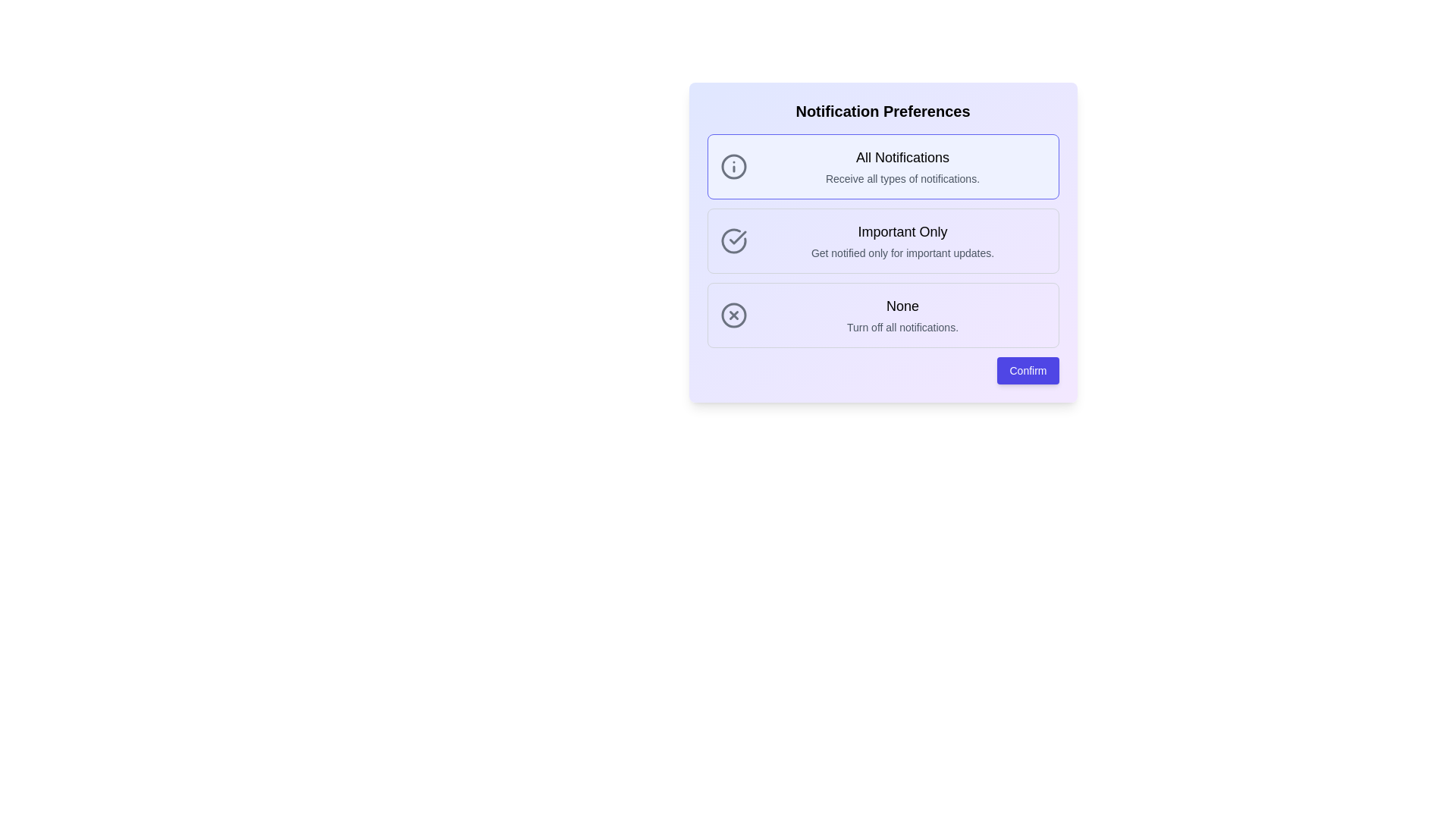 The height and width of the screenshot is (819, 1456). I want to click on descriptive text of the radio option for turning off all notifications, located below the 'Important Only' and 'All Notifications' options in the notification settings menu, so click(883, 315).